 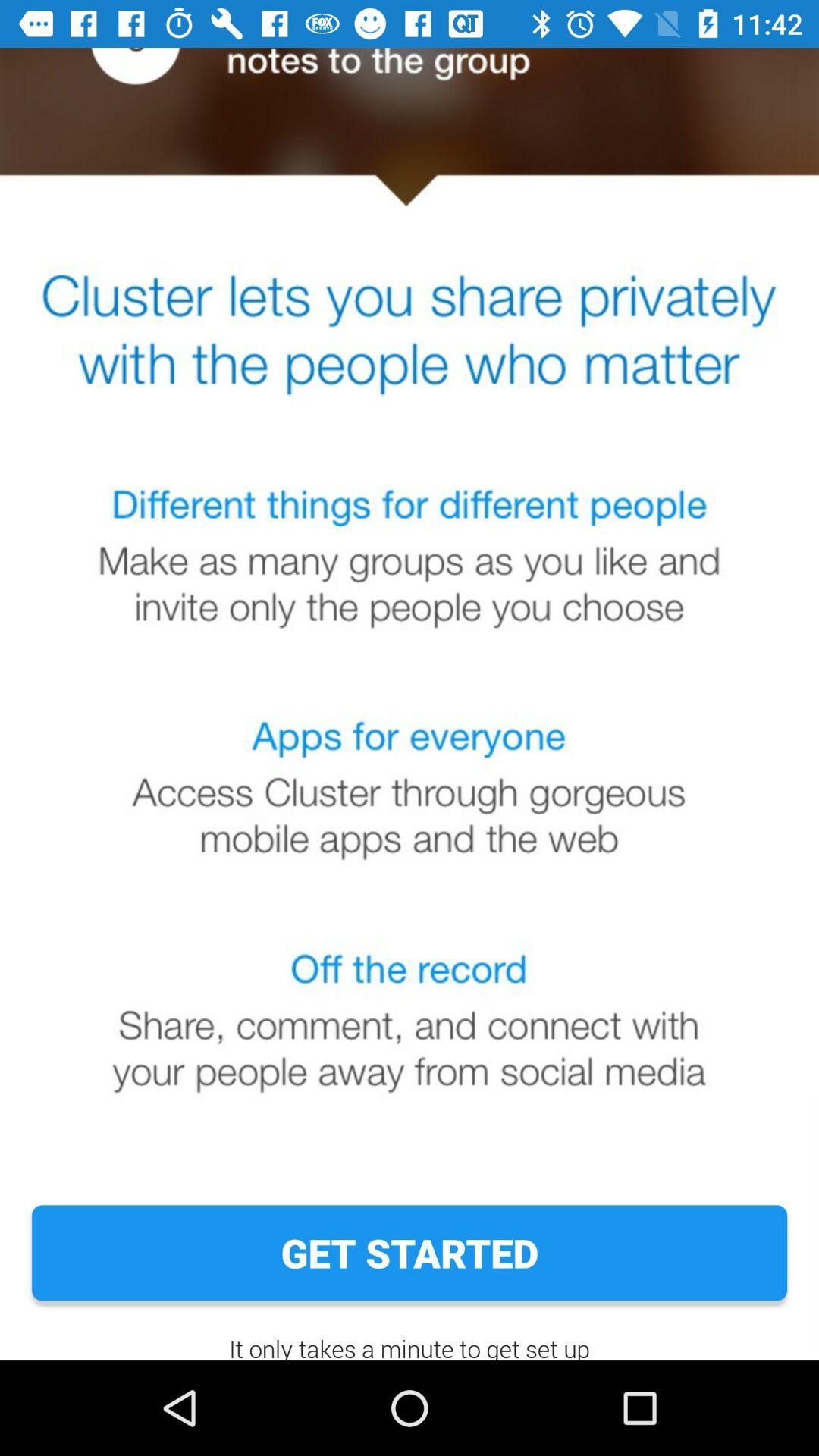 I want to click on icon above the it only takes icon, so click(x=409, y=1253).